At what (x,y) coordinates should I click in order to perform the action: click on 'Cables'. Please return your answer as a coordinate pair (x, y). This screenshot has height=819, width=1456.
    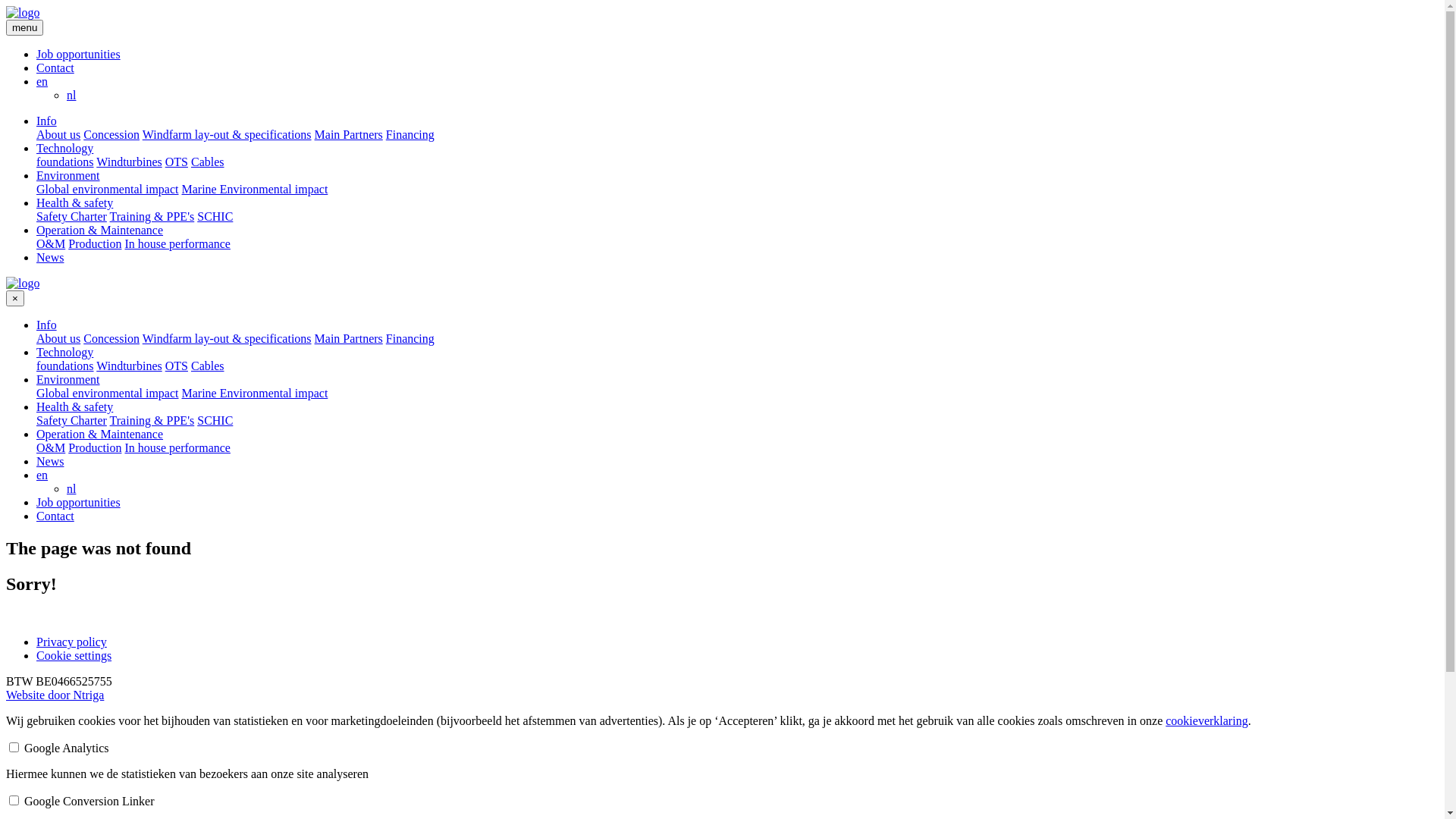
    Looking at the image, I should click on (206, 162).